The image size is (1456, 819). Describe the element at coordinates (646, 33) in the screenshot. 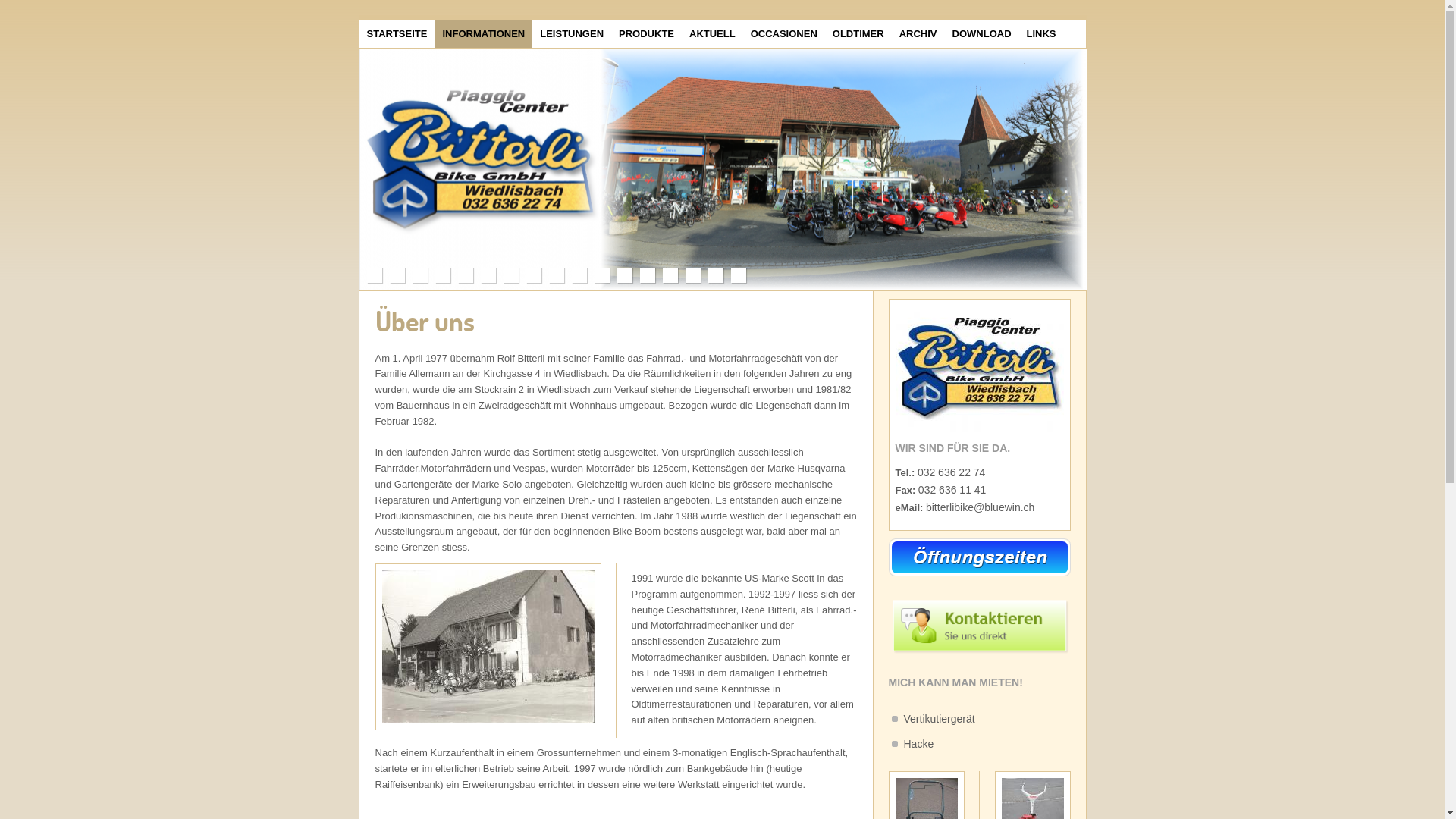

I see `'PRODUKTE'` at that location.